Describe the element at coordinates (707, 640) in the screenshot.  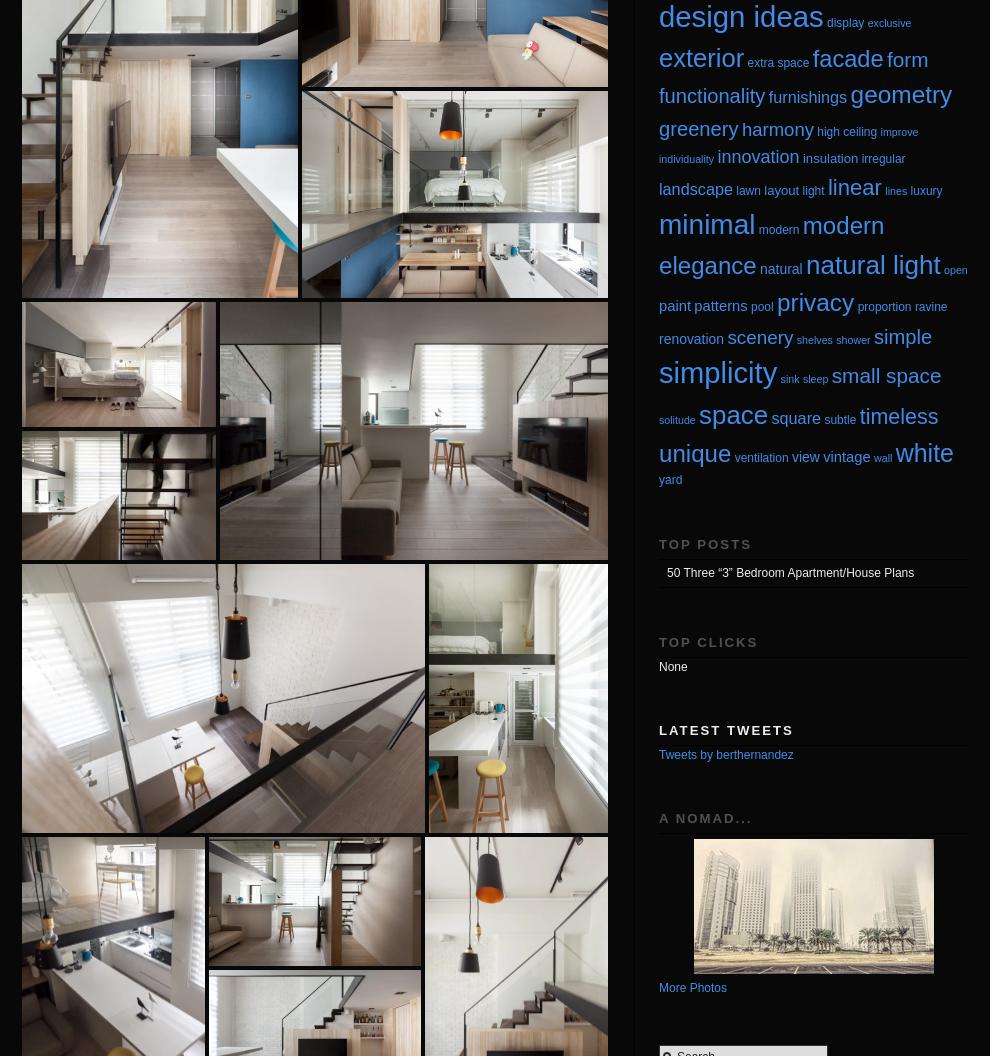
I see `'Top Clicks'` at that location.